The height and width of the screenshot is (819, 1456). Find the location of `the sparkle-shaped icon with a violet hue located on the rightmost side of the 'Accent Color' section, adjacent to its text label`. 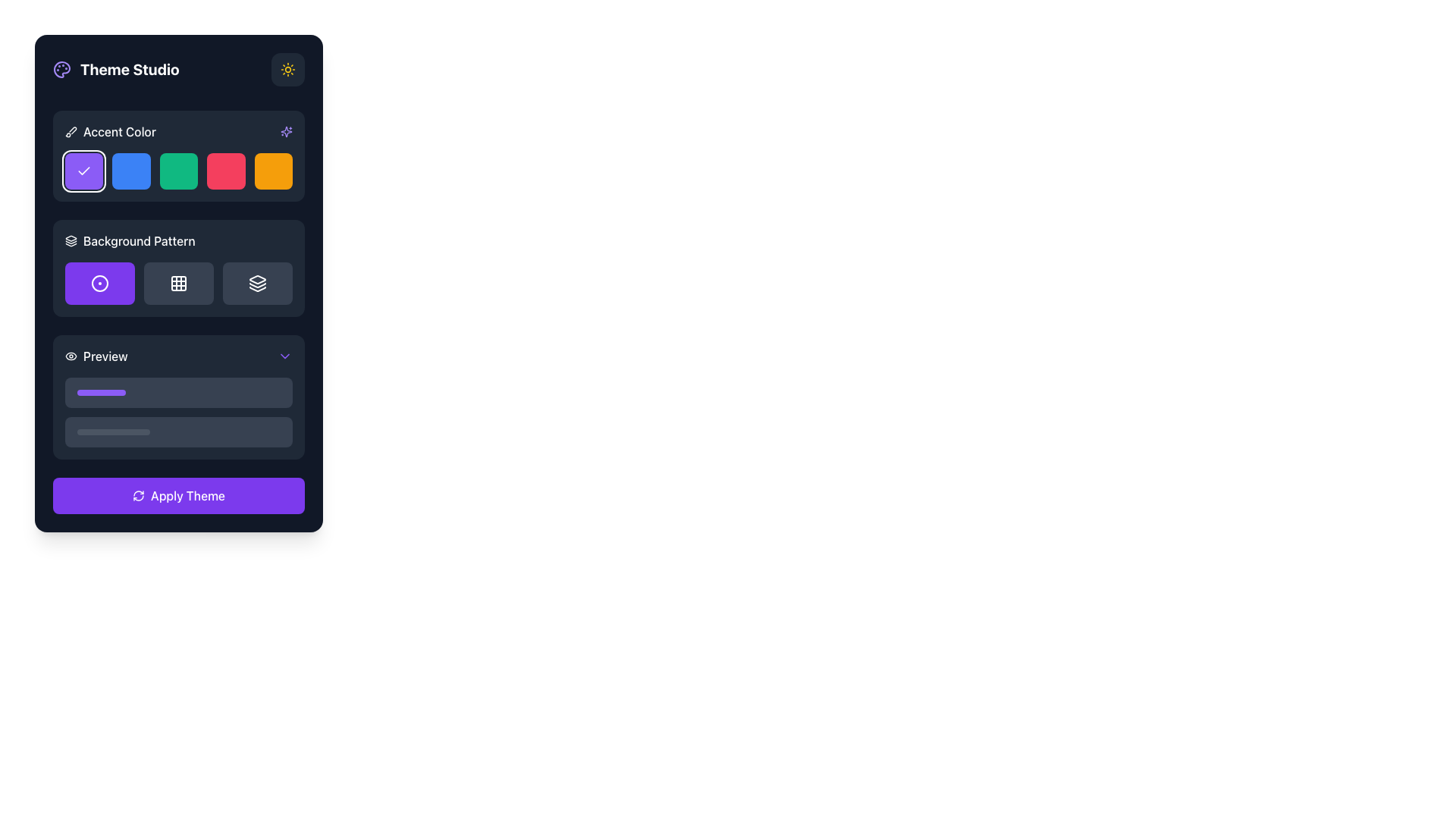

the sparkle-shaped icon with a violet hue located on the rightmost side of the 'Accent Color' section, adjacent to its text label is located at coordinates (287, 130).